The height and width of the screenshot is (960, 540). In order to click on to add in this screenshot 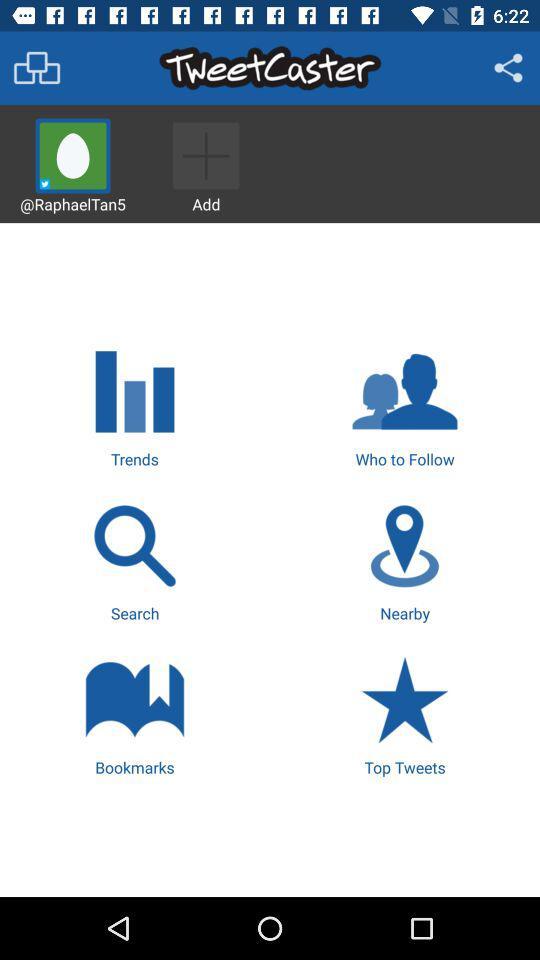, I will do `click(205, 162)`.